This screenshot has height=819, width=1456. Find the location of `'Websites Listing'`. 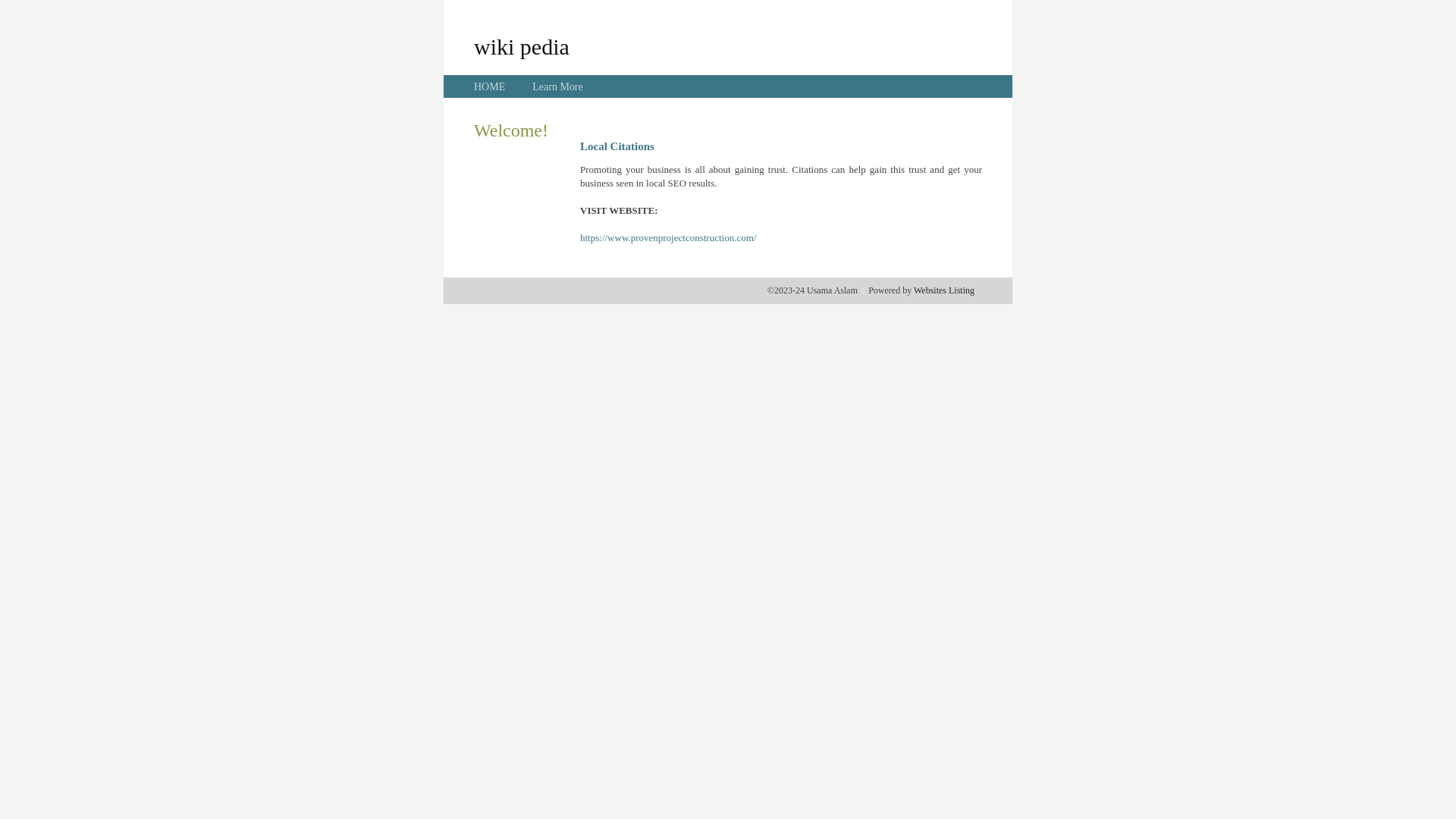

'Websites Listing' is located at coordinates (943, 290).